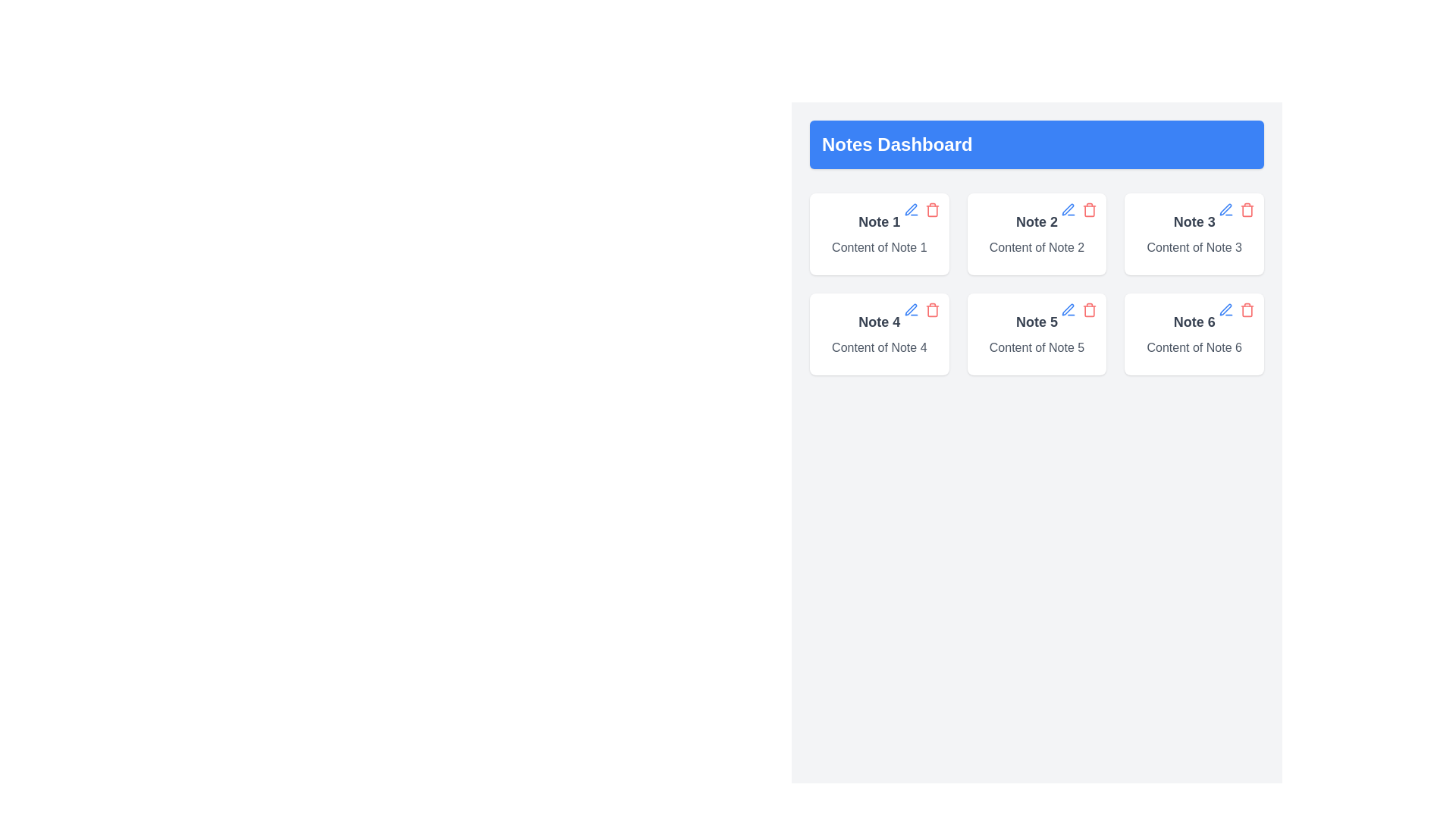 This screenshot has height=819, width=1456. Describe the element at coordinates (1247, 210) in the screenshot. I see `the delete icon located at the top-right of 'Note 3' card` at that location.